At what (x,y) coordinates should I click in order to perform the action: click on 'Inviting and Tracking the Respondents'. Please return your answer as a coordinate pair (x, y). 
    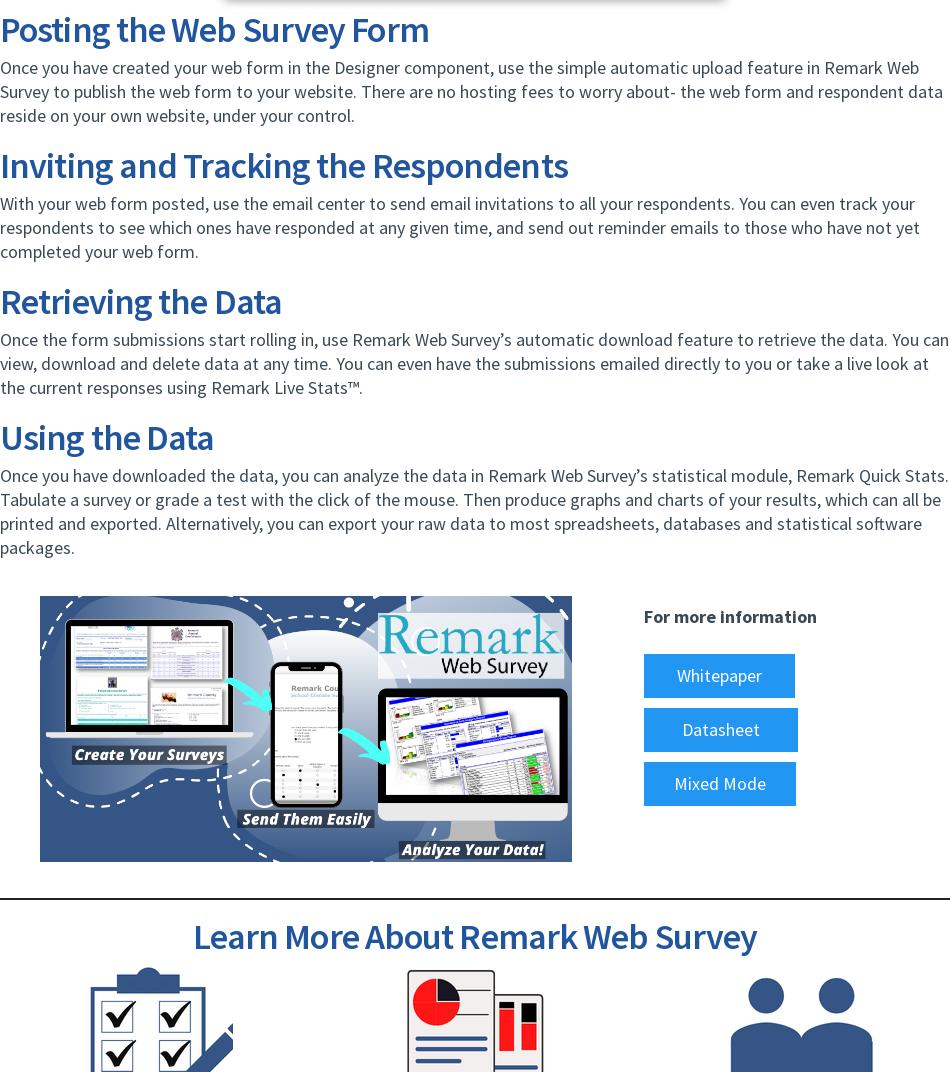
    Looking at the image, I should click on (282, 164).